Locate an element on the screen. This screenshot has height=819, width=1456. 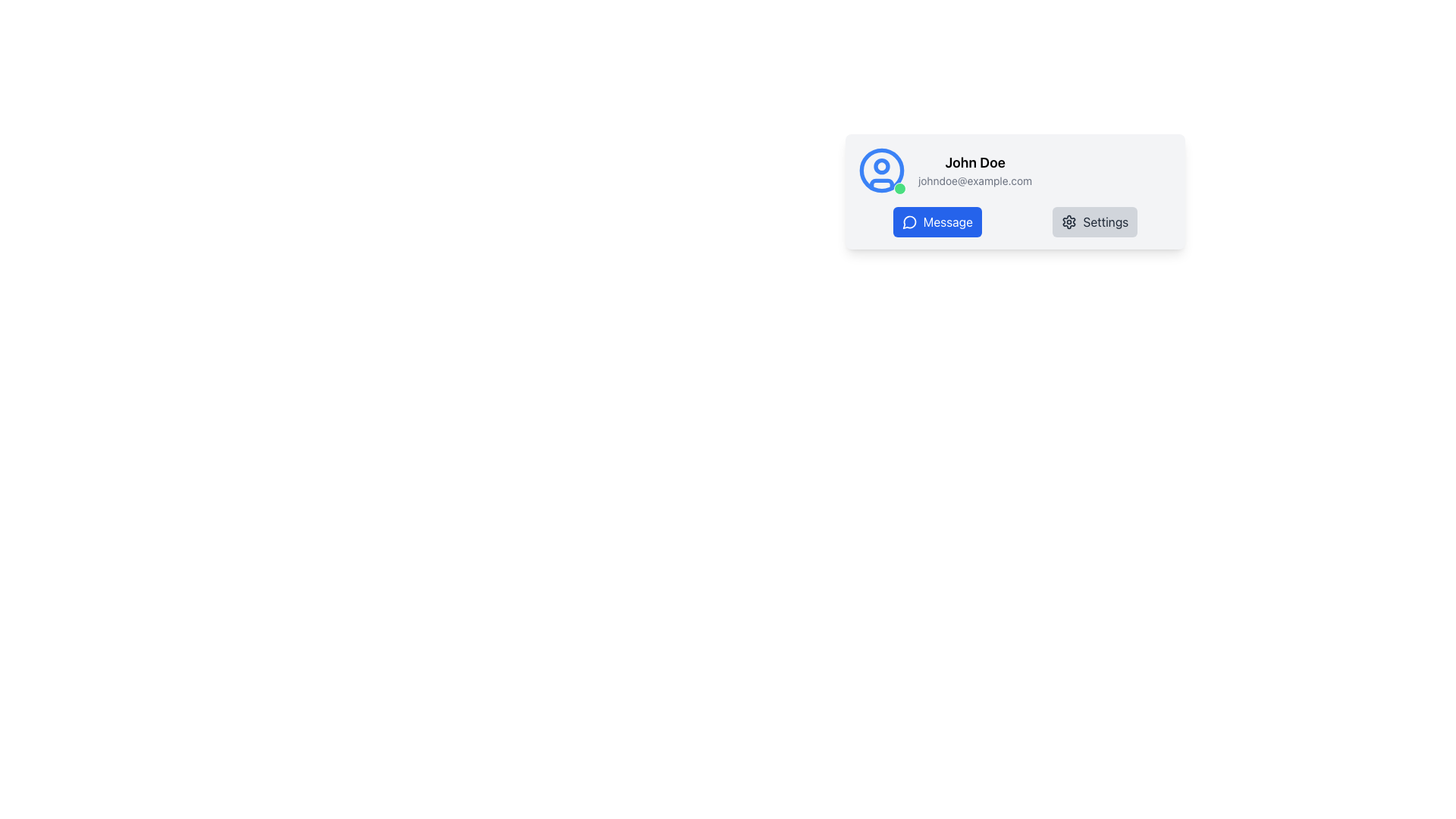
the static text display showing the user profile section with the name 'John Doe' and email 'johndoe@example.com' is located at coordinates (1015, 170).